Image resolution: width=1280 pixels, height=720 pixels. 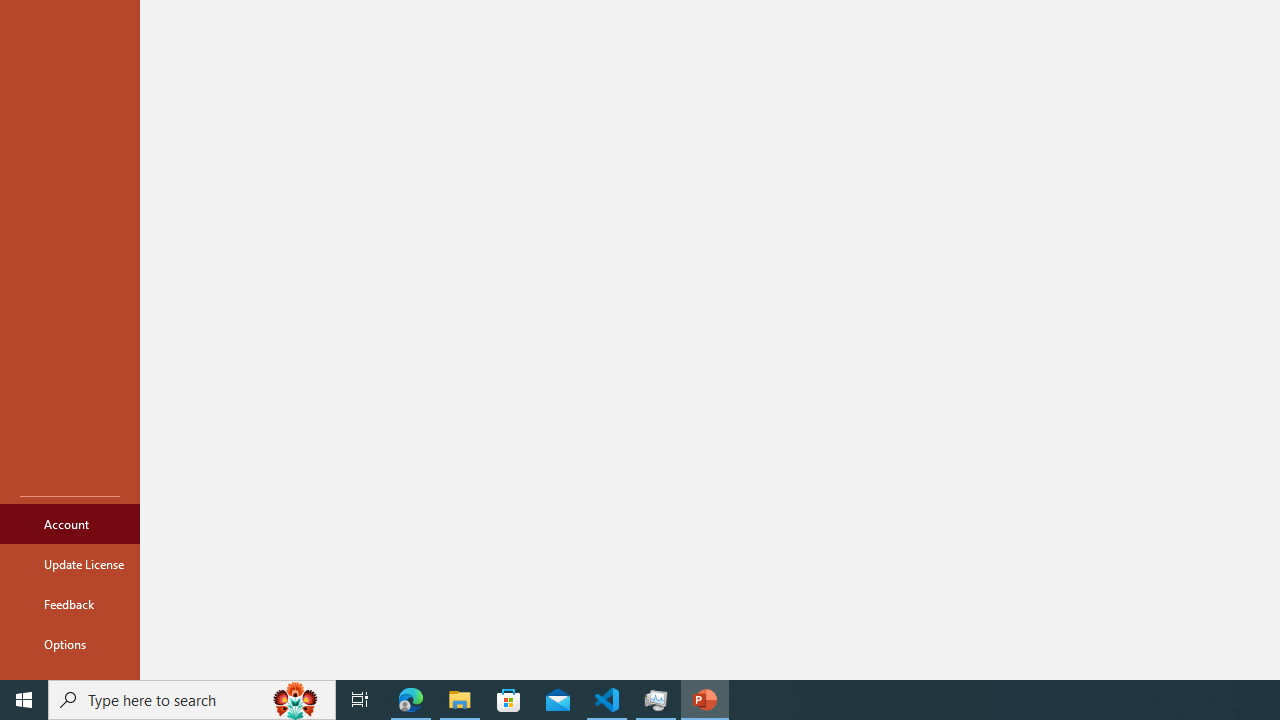 What do you see at coordinates (69, 644) in the screenshot?
I see `'Options'` at bounding box center [69, 644].